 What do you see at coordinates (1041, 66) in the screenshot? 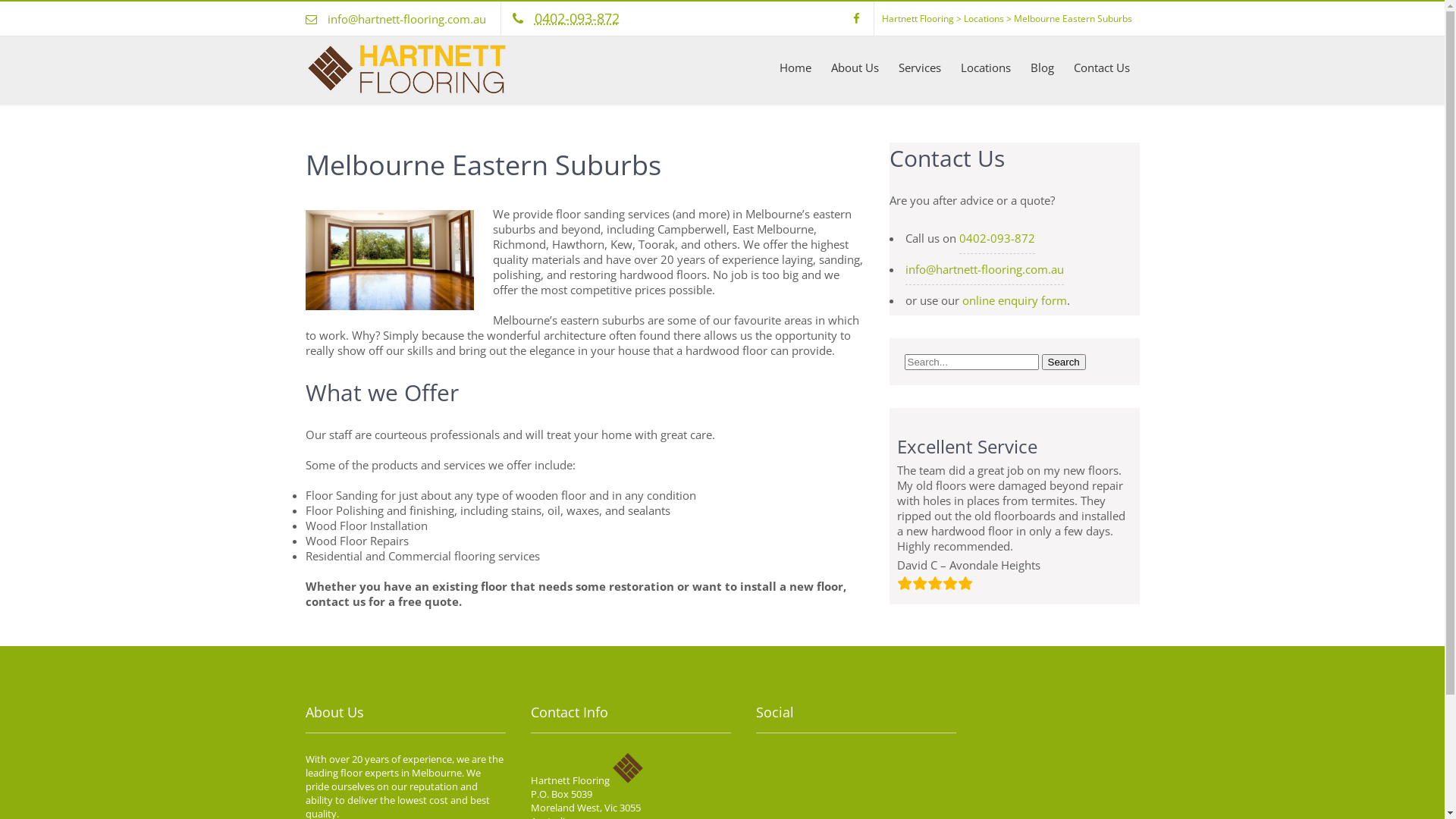
I see `'Blog'` at bounding box center [1041, 66].